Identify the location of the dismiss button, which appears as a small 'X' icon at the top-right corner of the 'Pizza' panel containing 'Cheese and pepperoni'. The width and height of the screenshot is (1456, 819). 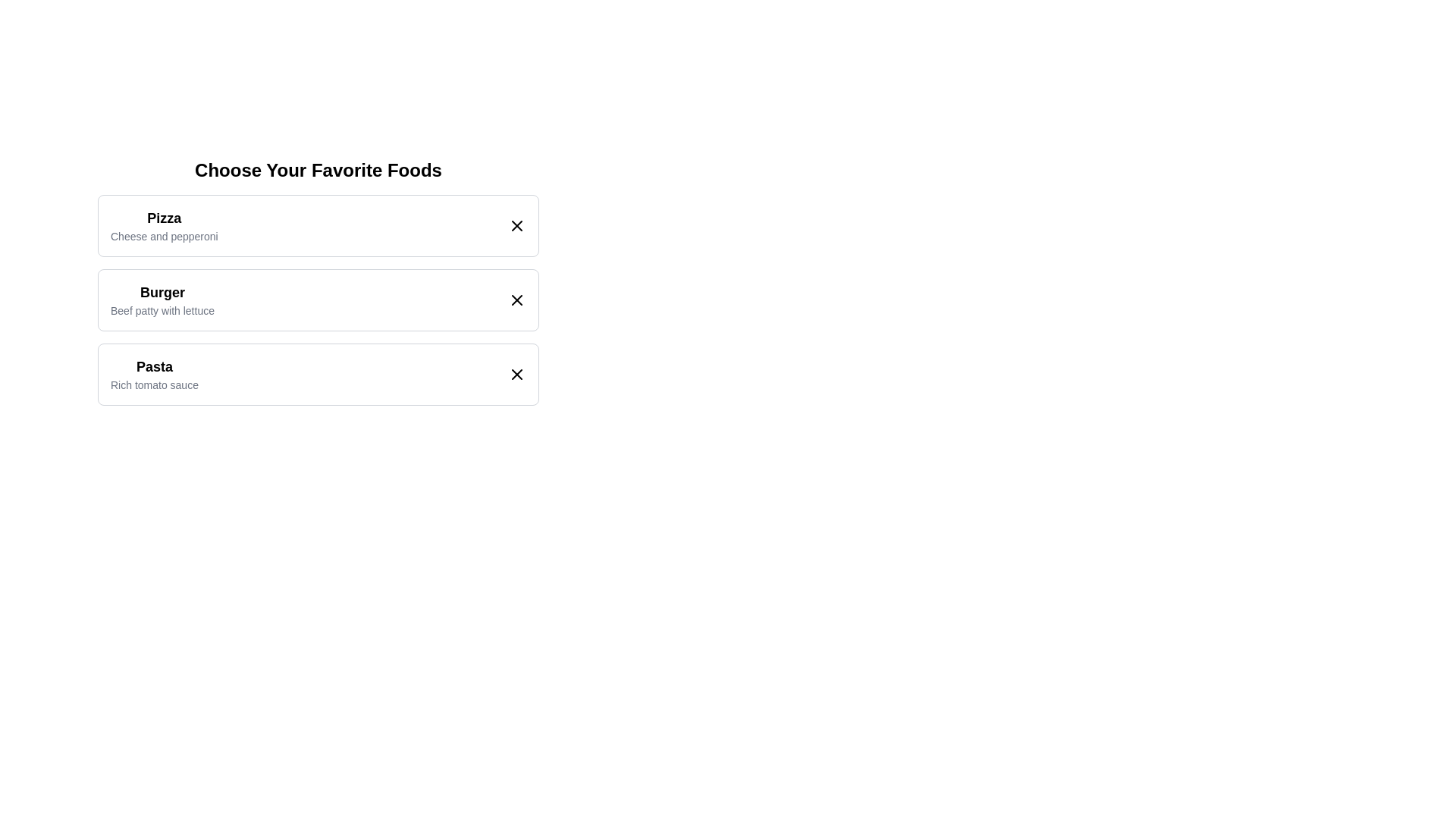
(516, 225).